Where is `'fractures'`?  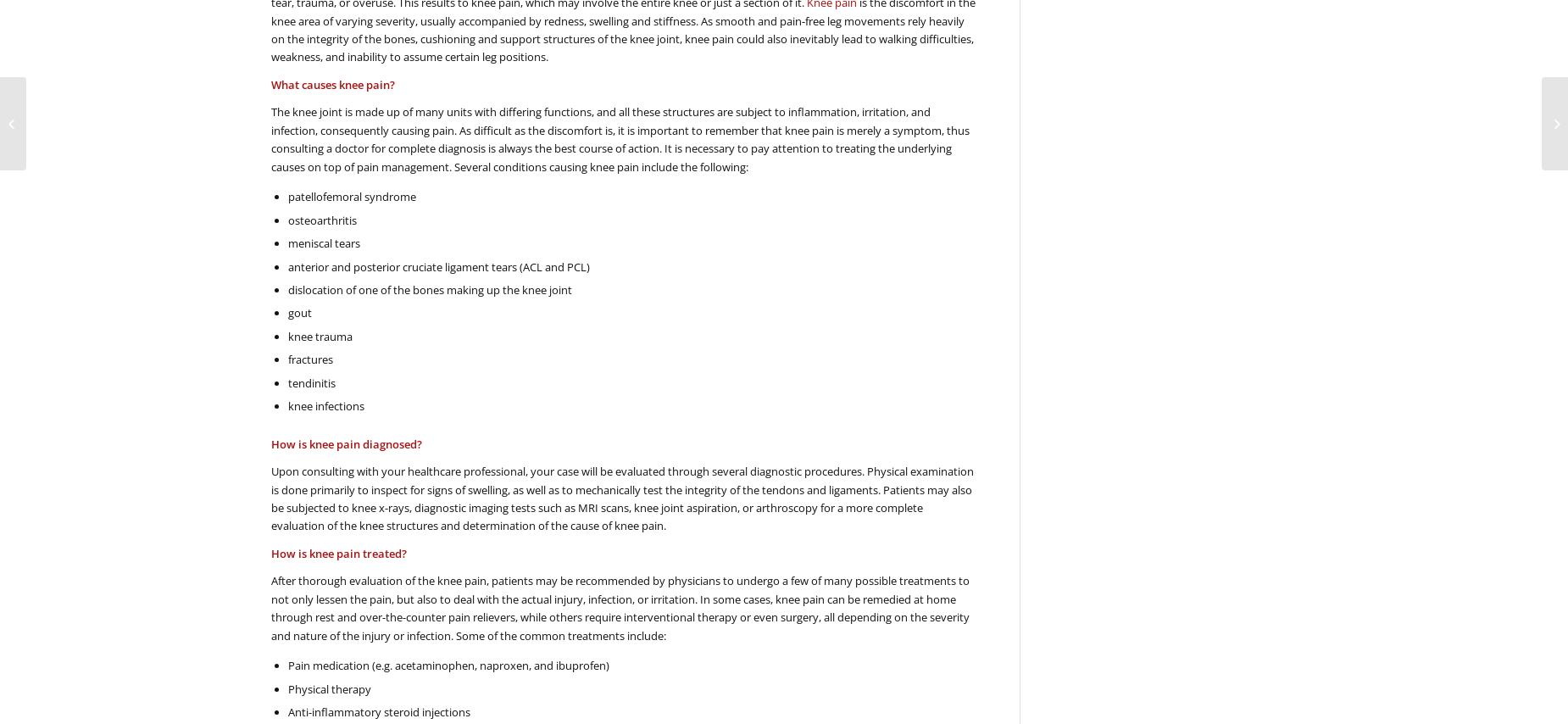
'fractures' is located at coordinates (309, 359).